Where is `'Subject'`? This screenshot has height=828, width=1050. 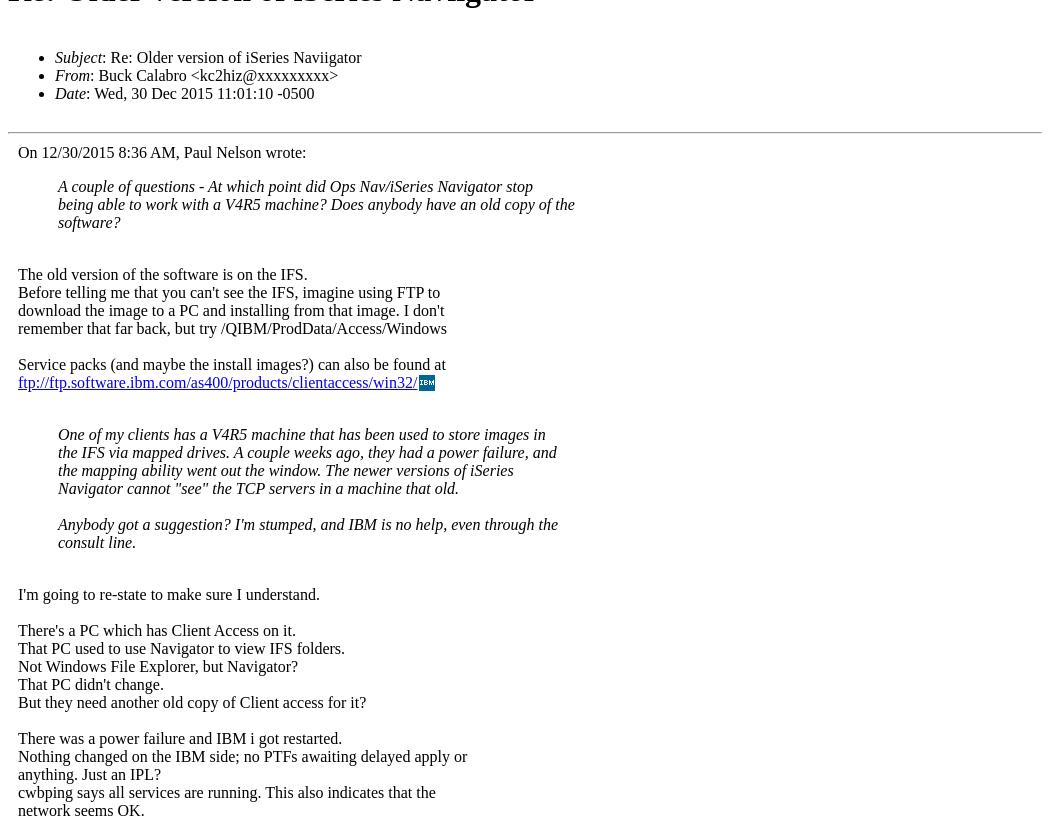
'Subject' is located at coordinates (78, 56).